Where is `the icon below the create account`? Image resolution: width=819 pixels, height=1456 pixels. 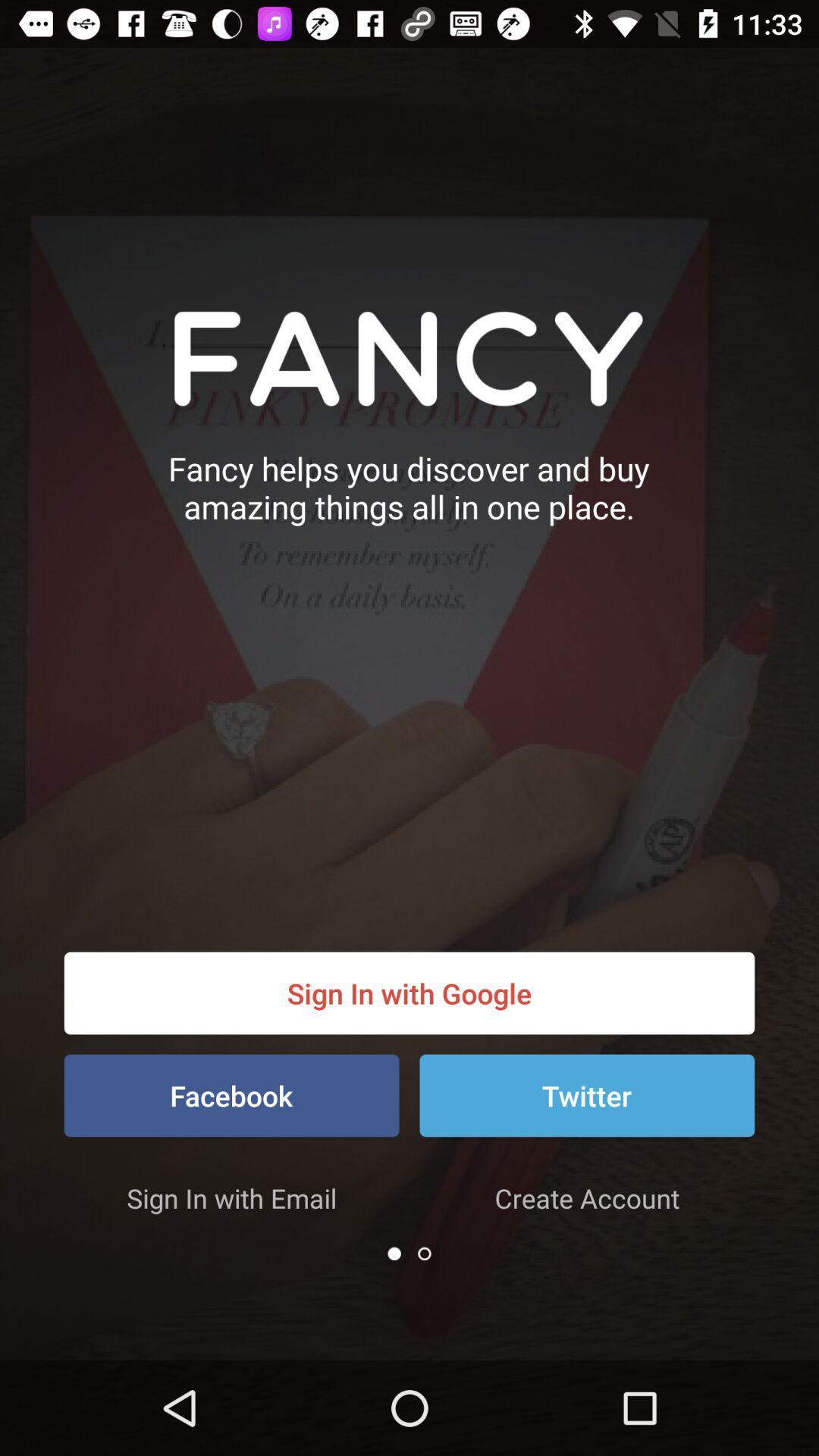
the icon below the create account is located at coordinates (424, 1254).